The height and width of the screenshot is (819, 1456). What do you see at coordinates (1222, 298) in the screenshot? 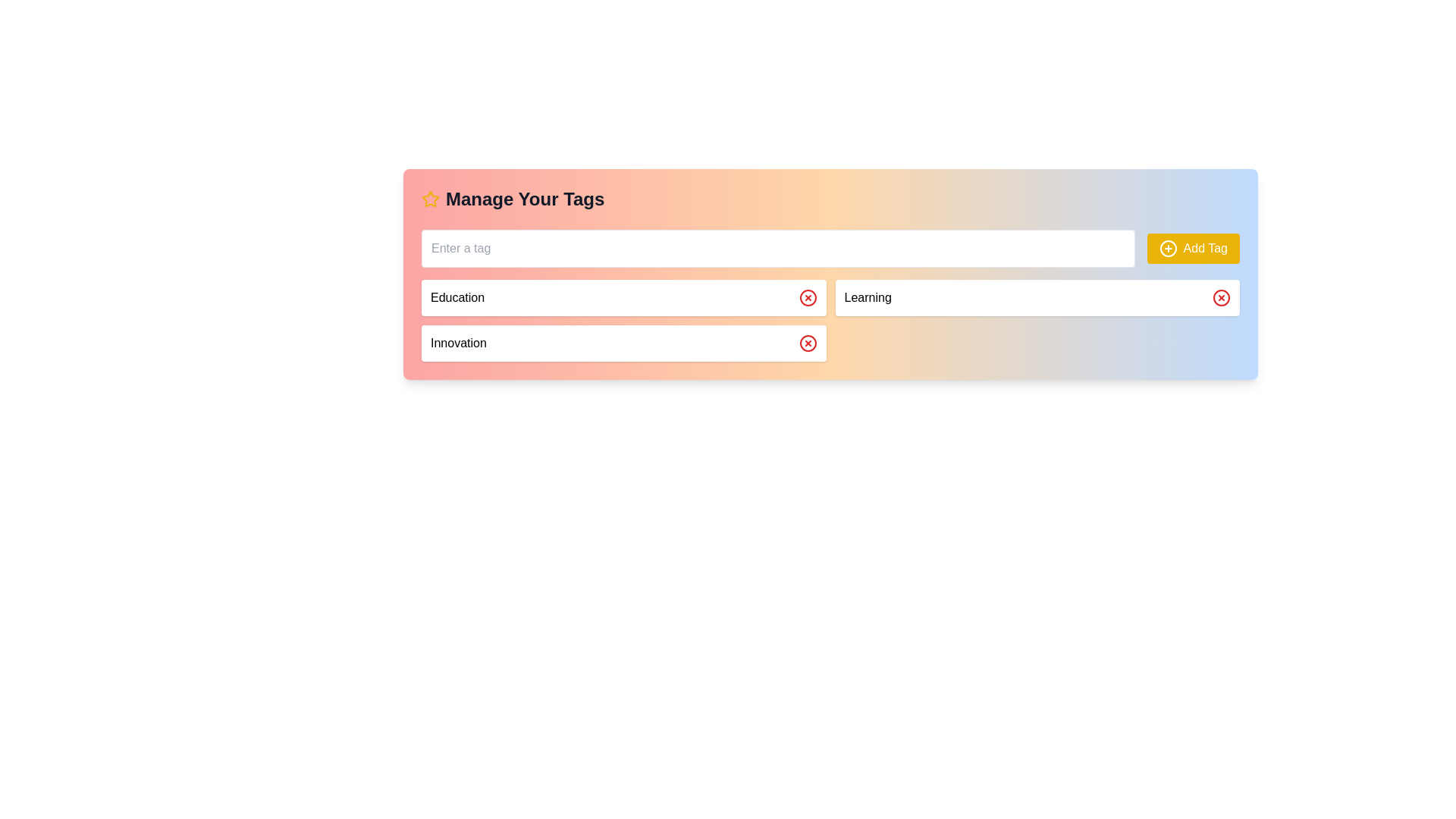
I see `the delete button located on the far-right side of the tag input area` at bounding box center [1222, 298].